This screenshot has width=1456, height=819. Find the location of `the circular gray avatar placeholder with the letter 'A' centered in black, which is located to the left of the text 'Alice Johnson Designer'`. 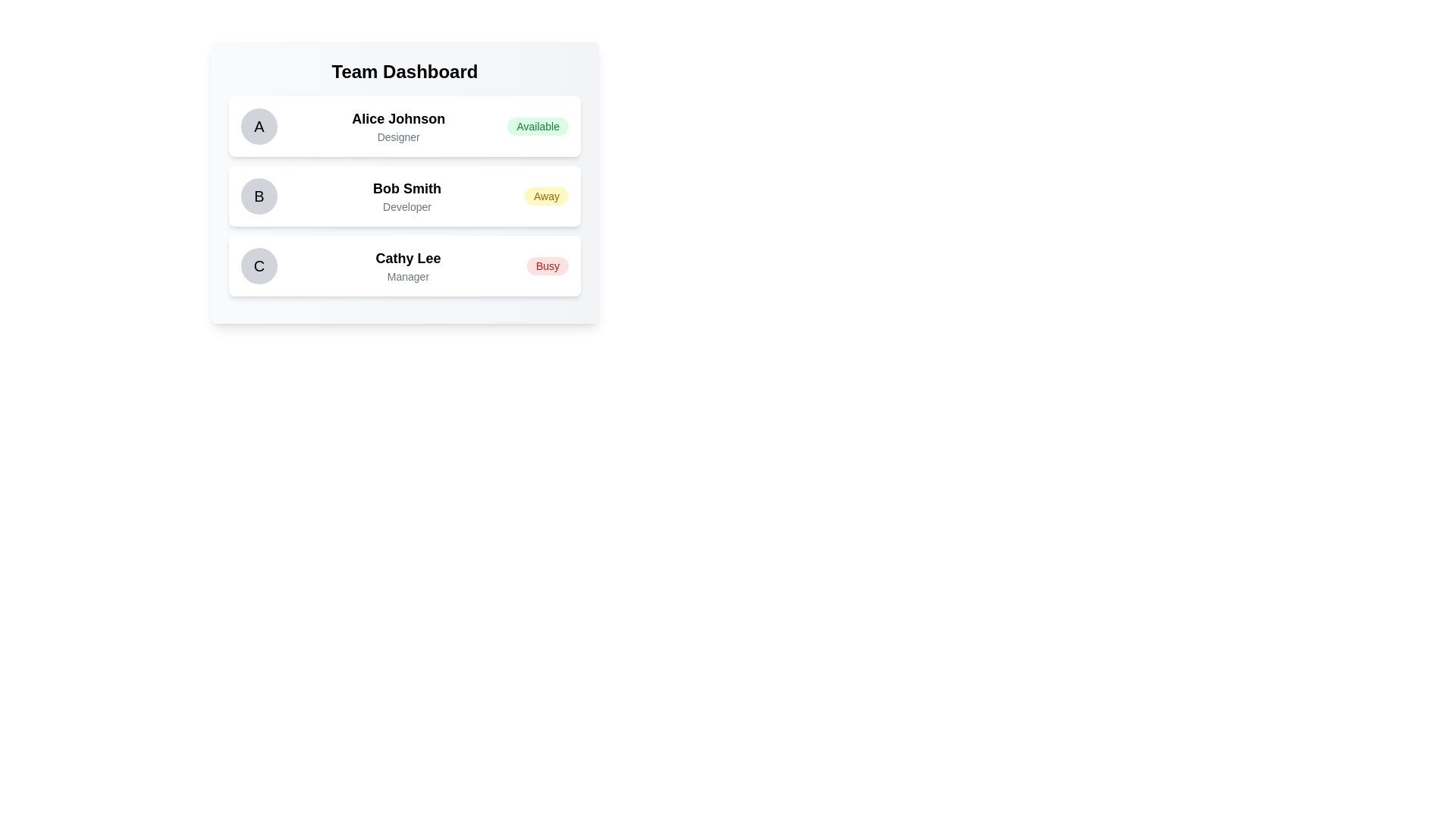

the circular gray avatar placeholder with the letter 'A' centered in black, which is located to the left of the text 'Alice Johnson Designer' is located at coordinates (259, 125).